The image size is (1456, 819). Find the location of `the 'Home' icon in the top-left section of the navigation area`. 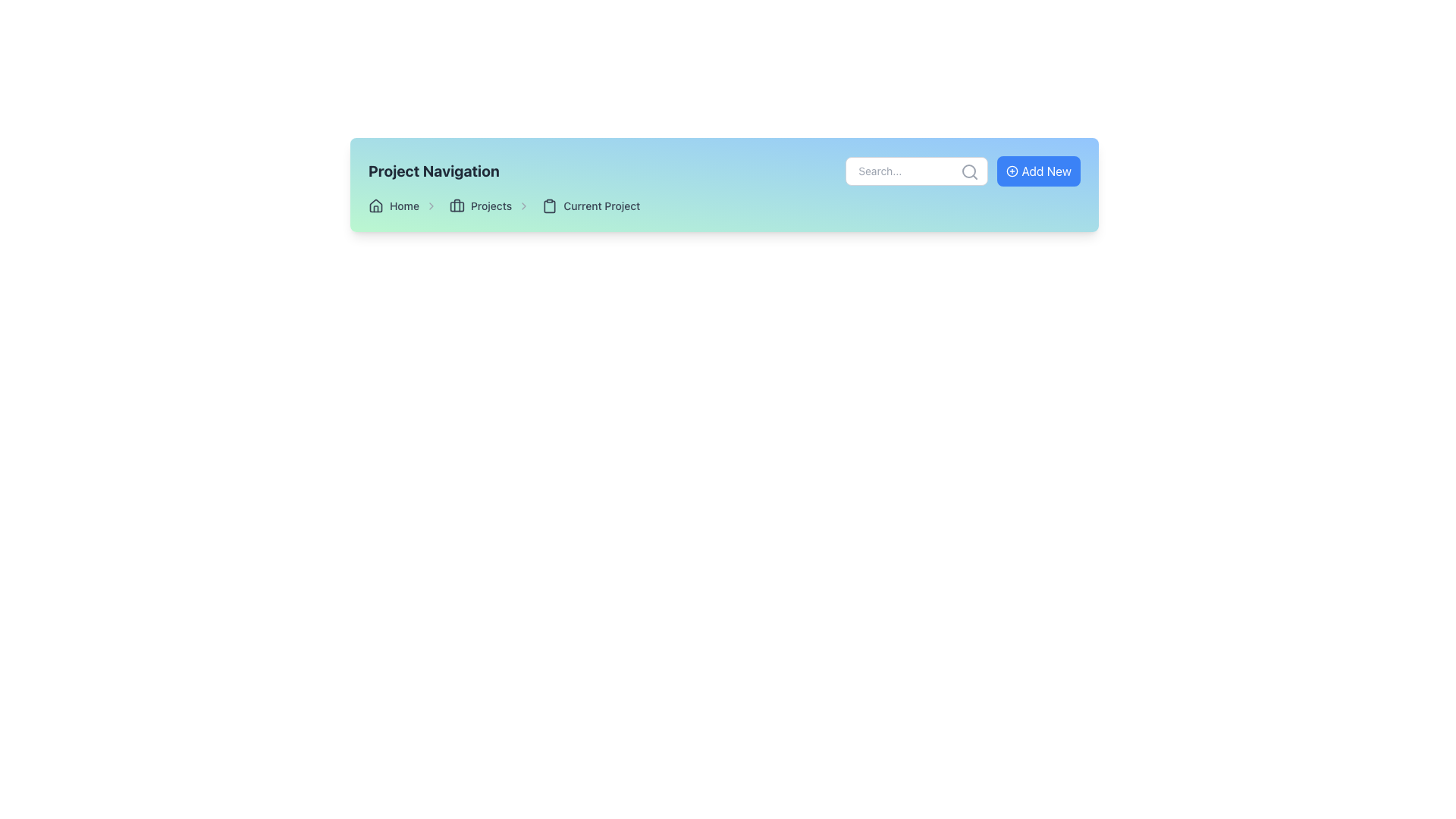

the 'Home' icon in the top-left section of the navigation area is located at coordinates (375, 206).